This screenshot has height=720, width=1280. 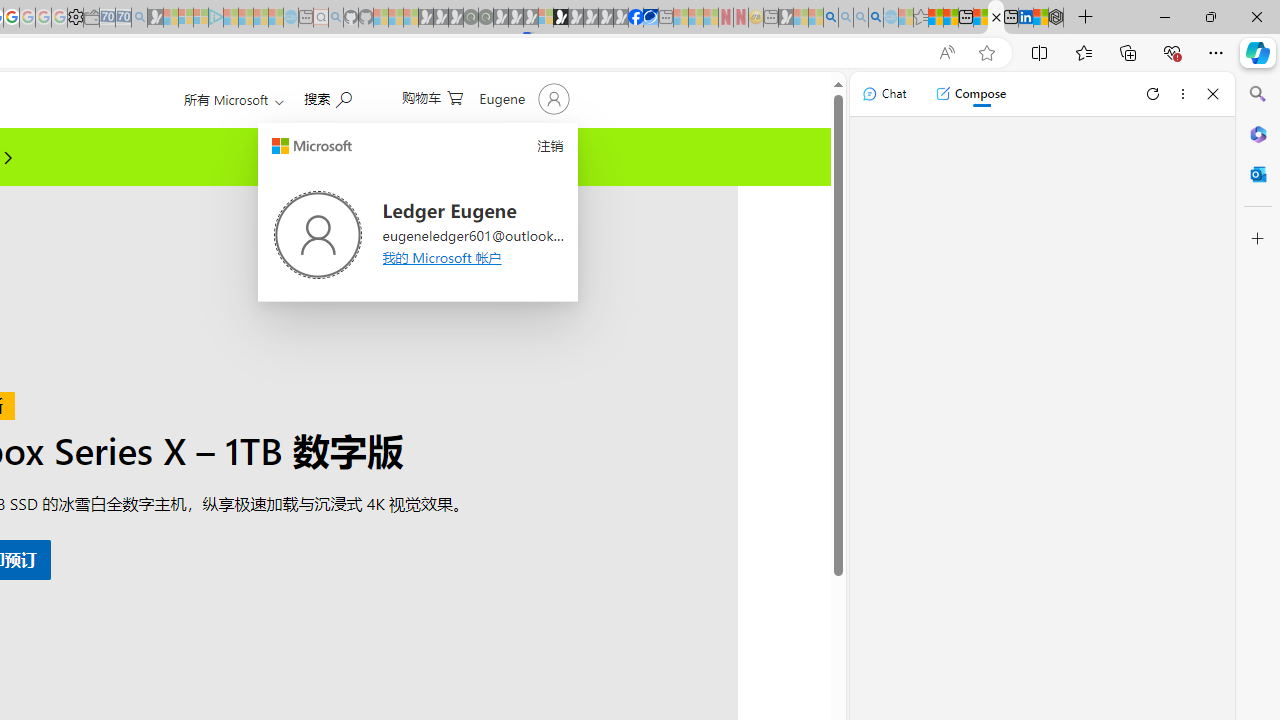 What do you see at coordinates (1215, 51) in the screenshot?
I see `'Settings and more (Alt+F)'` at bounding box center [1215, 51].